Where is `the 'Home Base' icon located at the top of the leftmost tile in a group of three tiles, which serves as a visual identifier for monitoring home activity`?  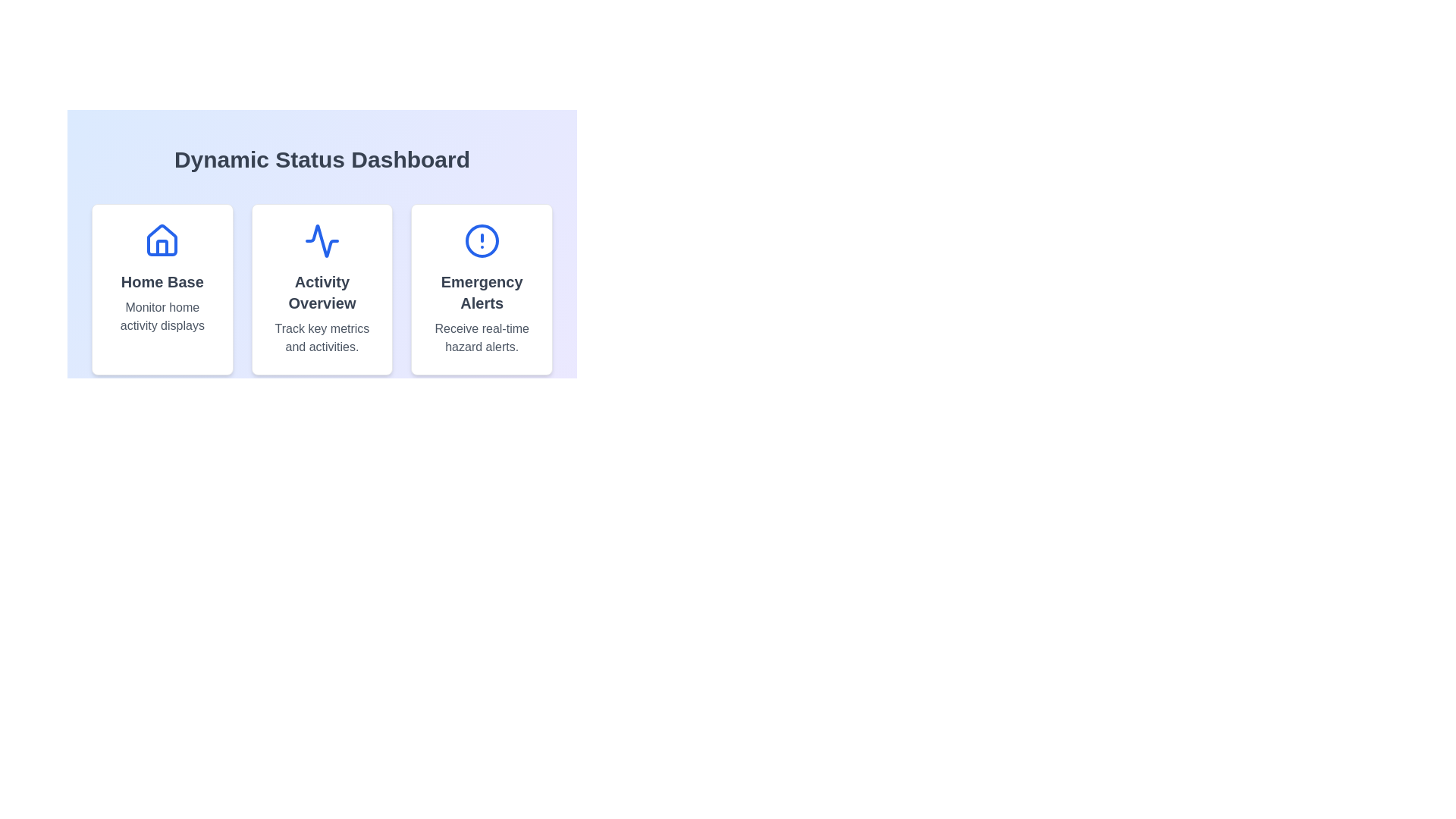
the 'Home Base' icon located at the top of the leftmost tile in a group of three tiles, which serves as a visual identifier for monitoring home activity is located at coordinates (162, 240).